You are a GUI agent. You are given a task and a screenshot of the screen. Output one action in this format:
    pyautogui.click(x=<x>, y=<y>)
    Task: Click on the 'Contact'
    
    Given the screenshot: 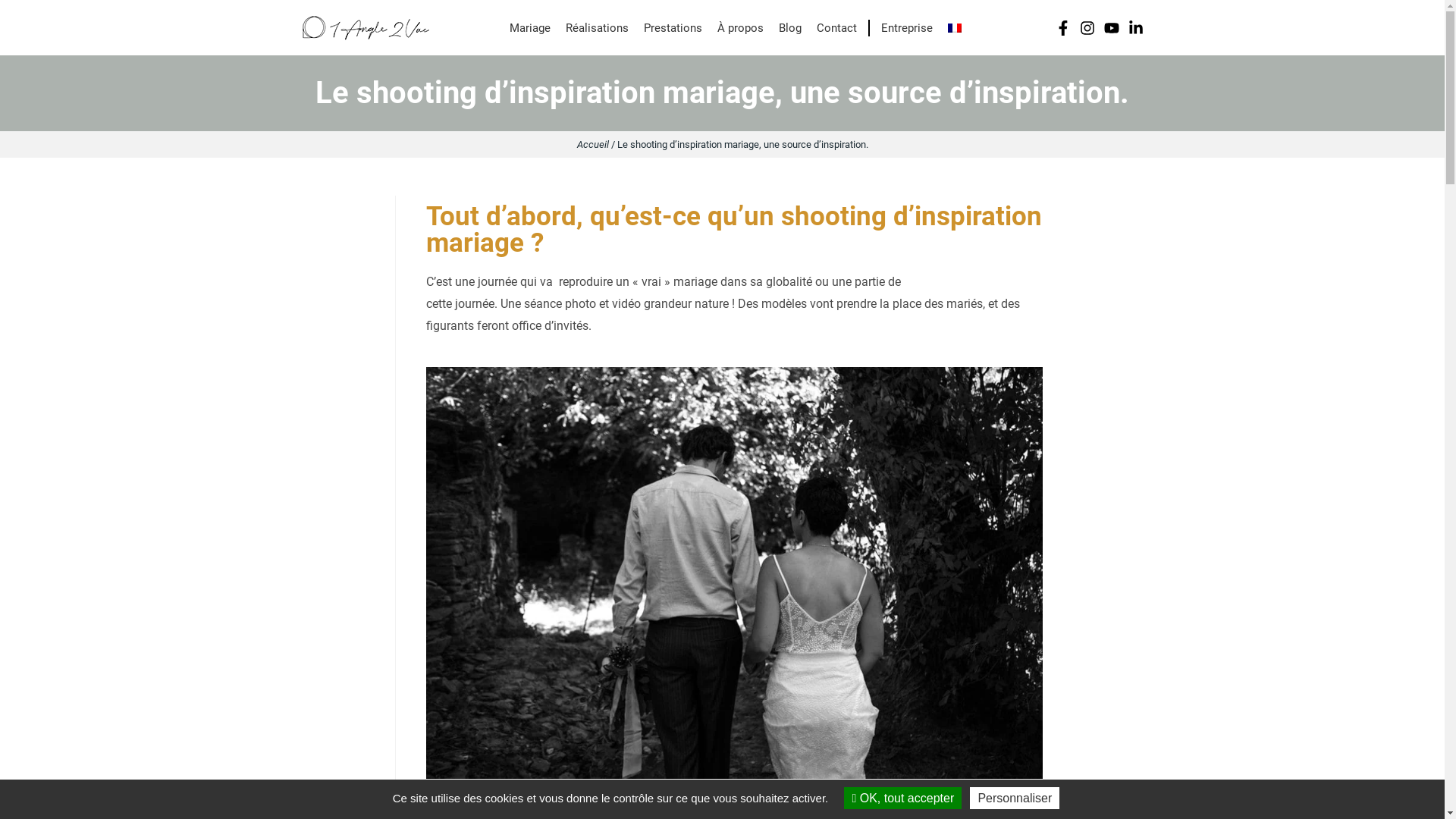 What is the action you would take?
    pyautogui.click(x=836, y=28)
    